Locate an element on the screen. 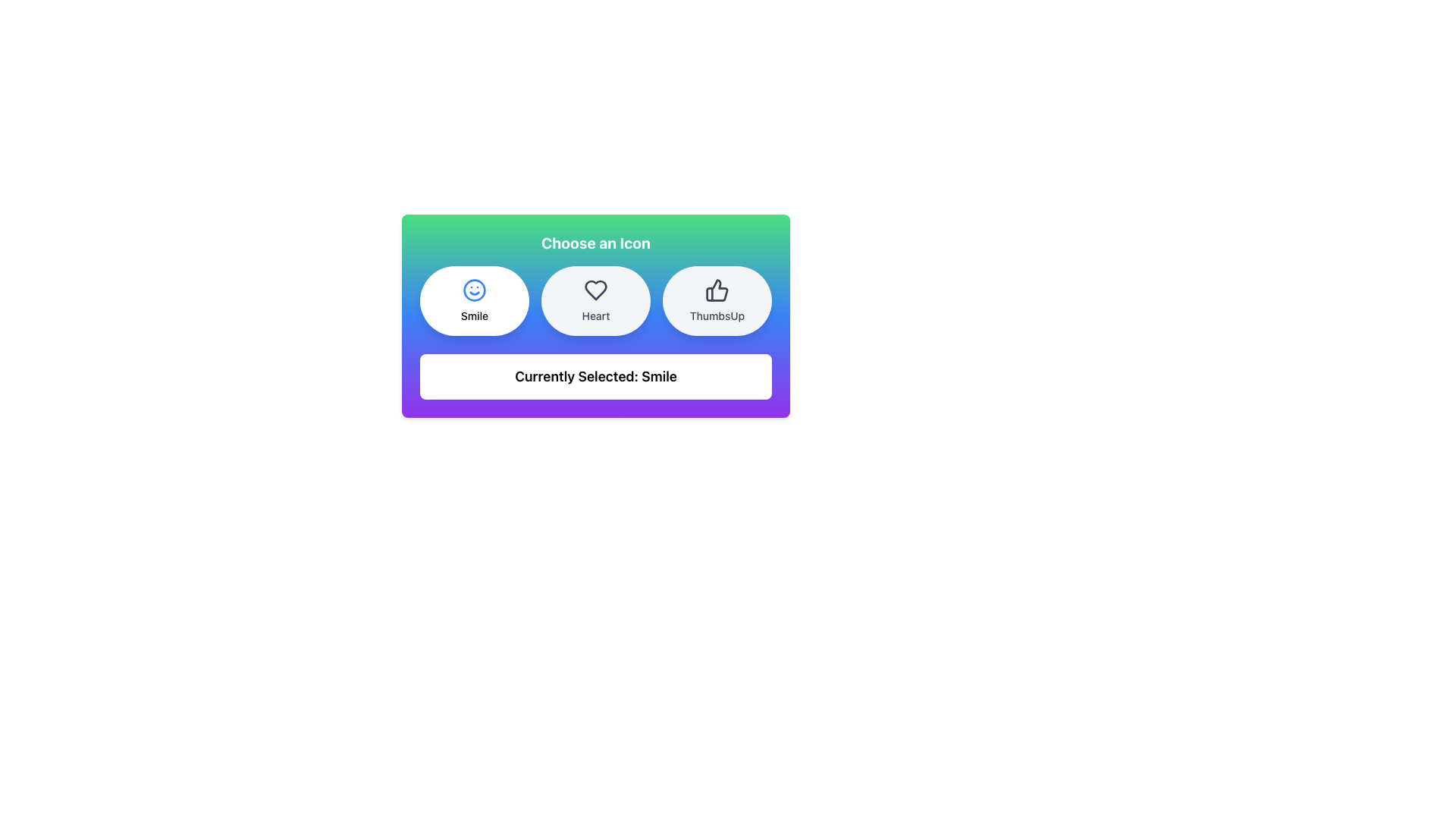  the 'Smile' button, which is the first element in a horizontal group of three interactive options is located at coordinates (473, 301).